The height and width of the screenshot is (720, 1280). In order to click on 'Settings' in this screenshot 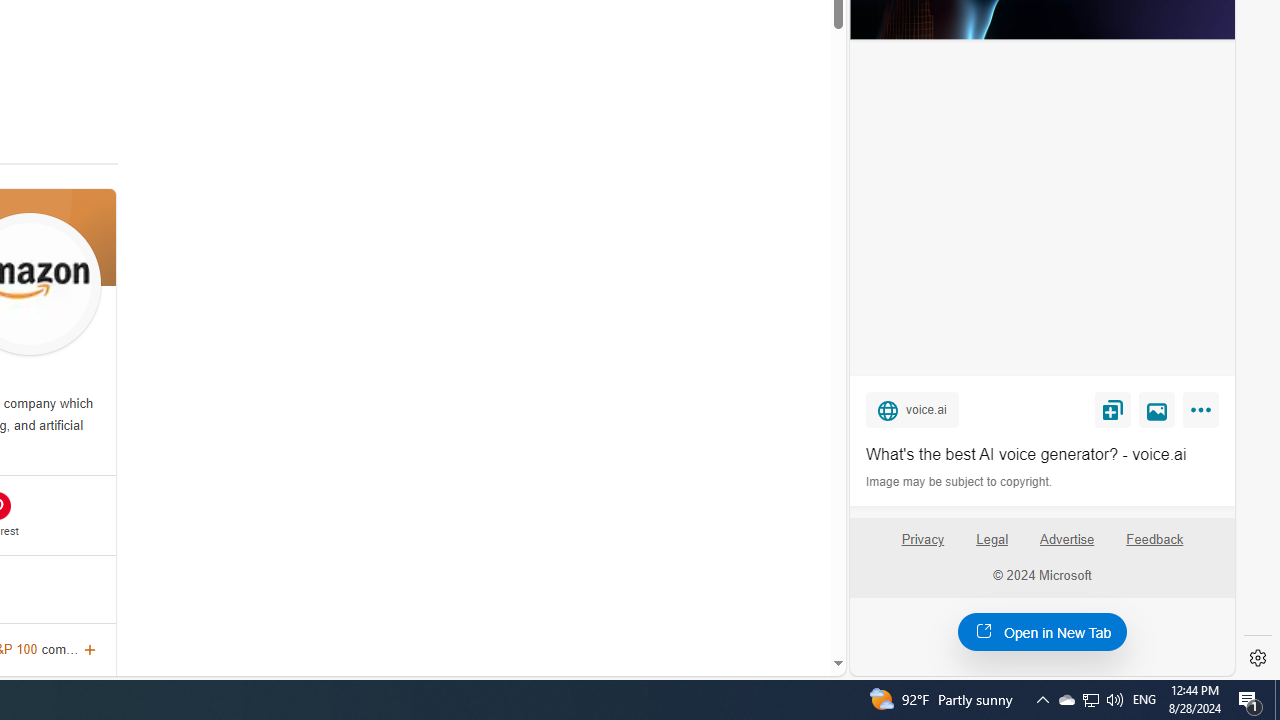, I will do `click(1257, 658)`.